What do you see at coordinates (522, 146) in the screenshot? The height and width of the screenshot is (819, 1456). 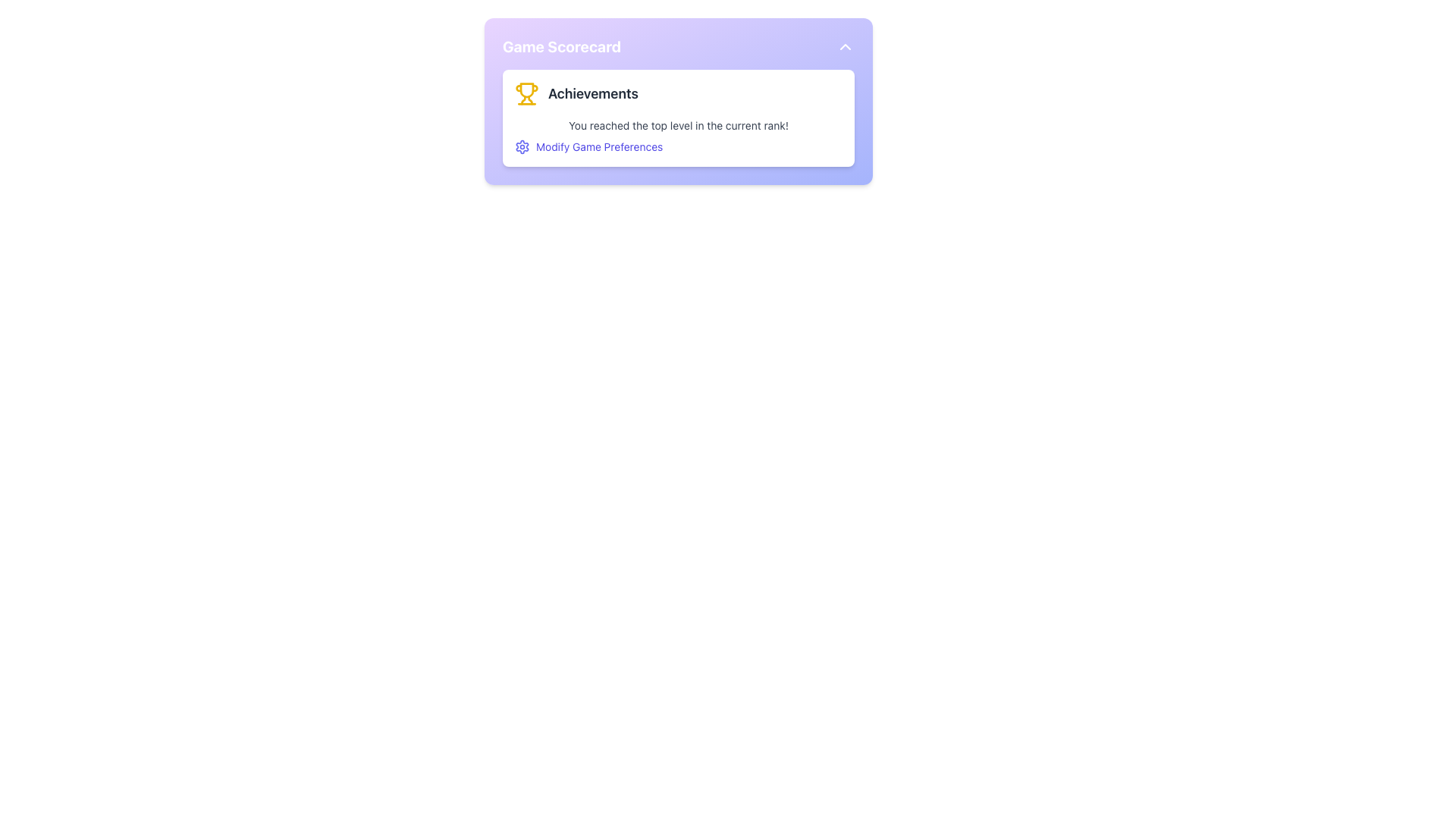 I see `the settings icon located to the left of the 'Modify Game Preferences' label in the lower section of the 'Game Scorecard' card` at bounding box center [522, 146].